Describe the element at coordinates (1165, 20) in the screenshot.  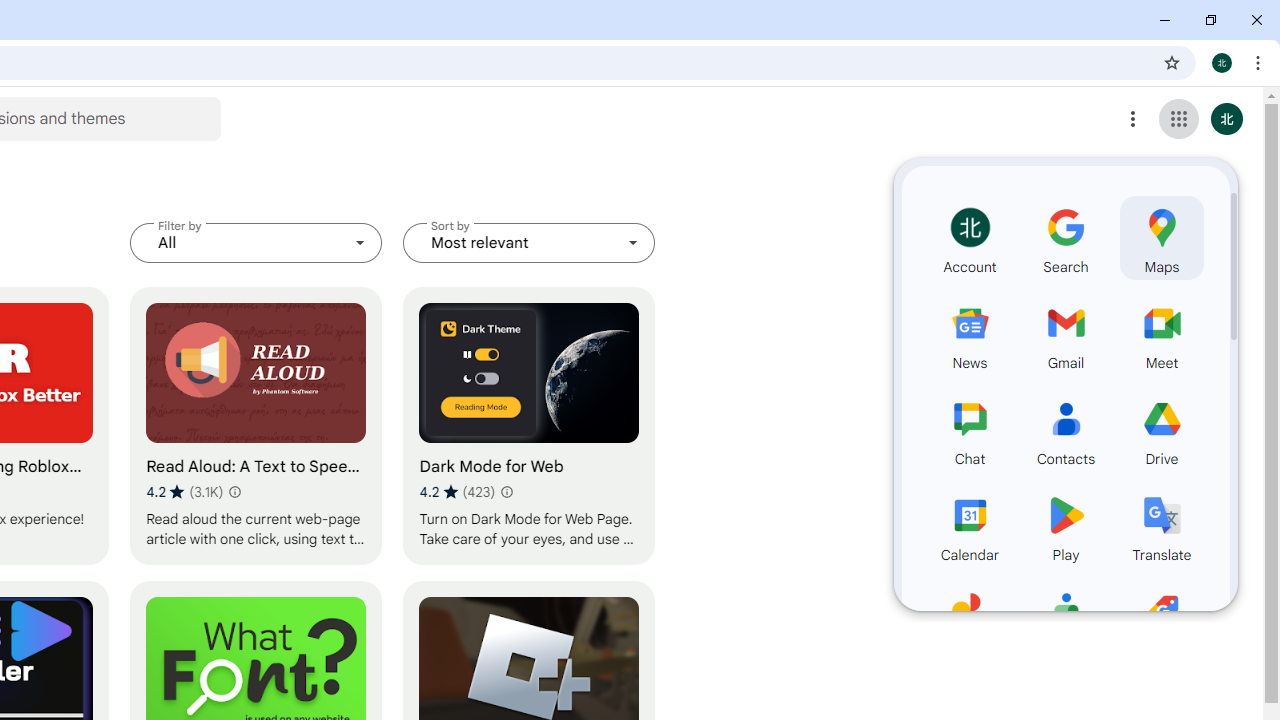
I see `'Minimize'` at that location.